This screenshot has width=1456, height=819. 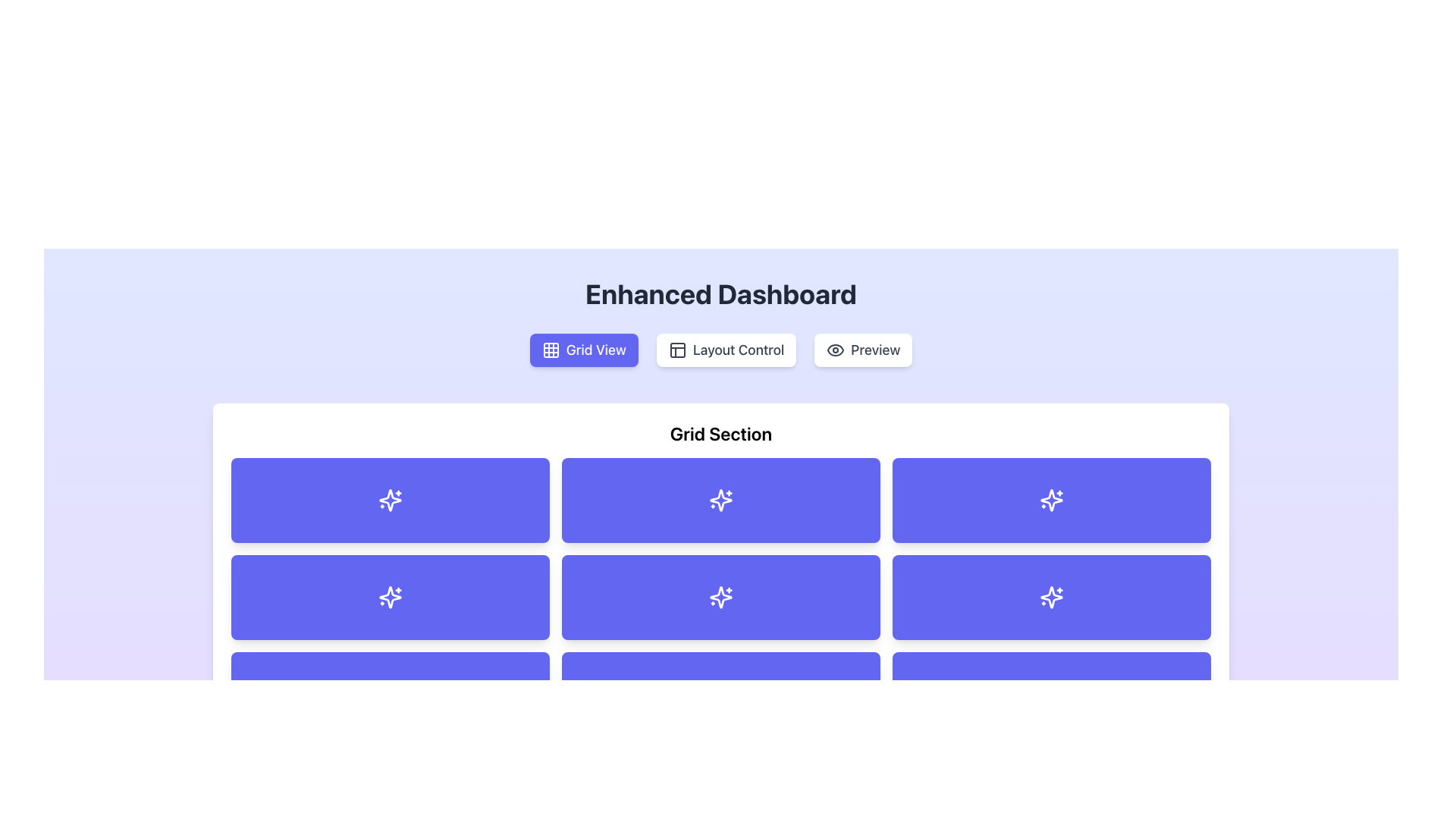 I want to click on the button located in the top left corner of the three-column grid layout below the header section labeled 'Grid Section', so click(x=391, y=500).